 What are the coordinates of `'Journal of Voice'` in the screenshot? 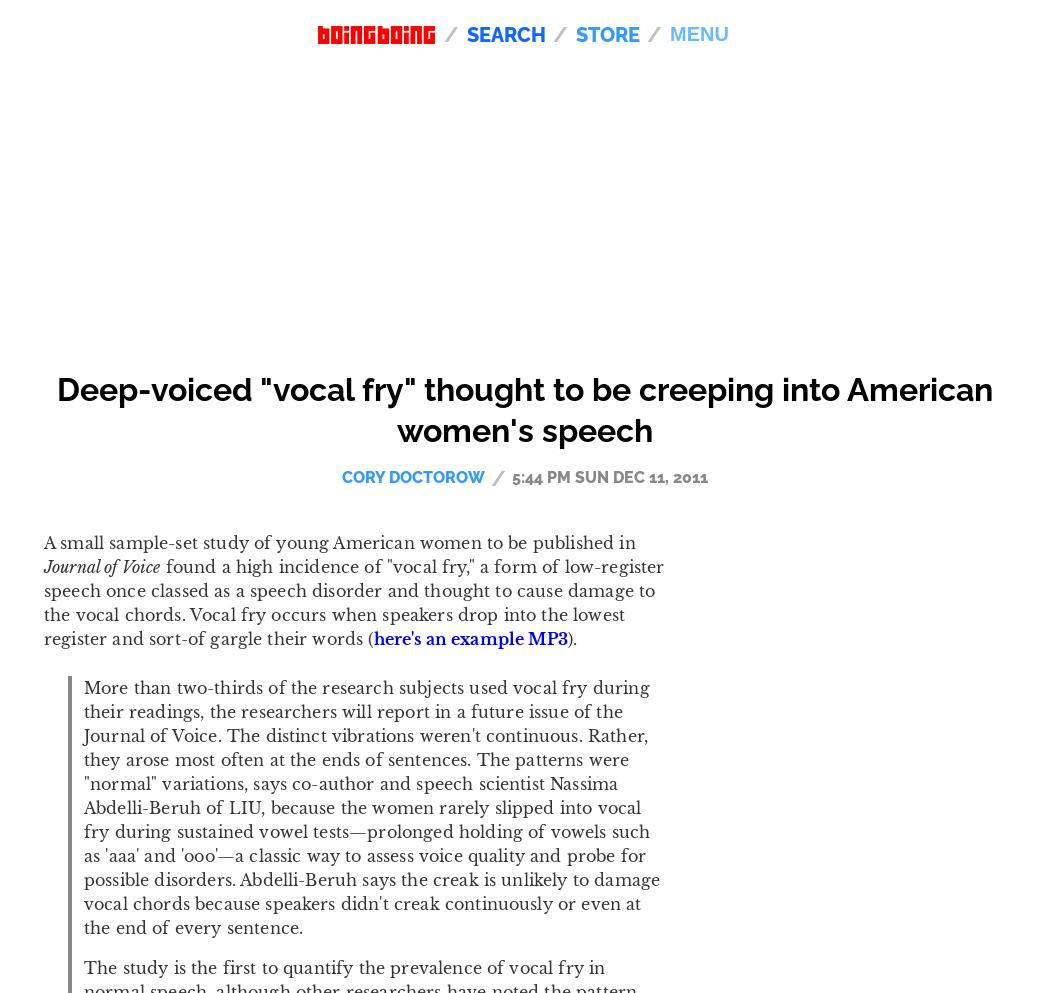 It's located at (101, 565).